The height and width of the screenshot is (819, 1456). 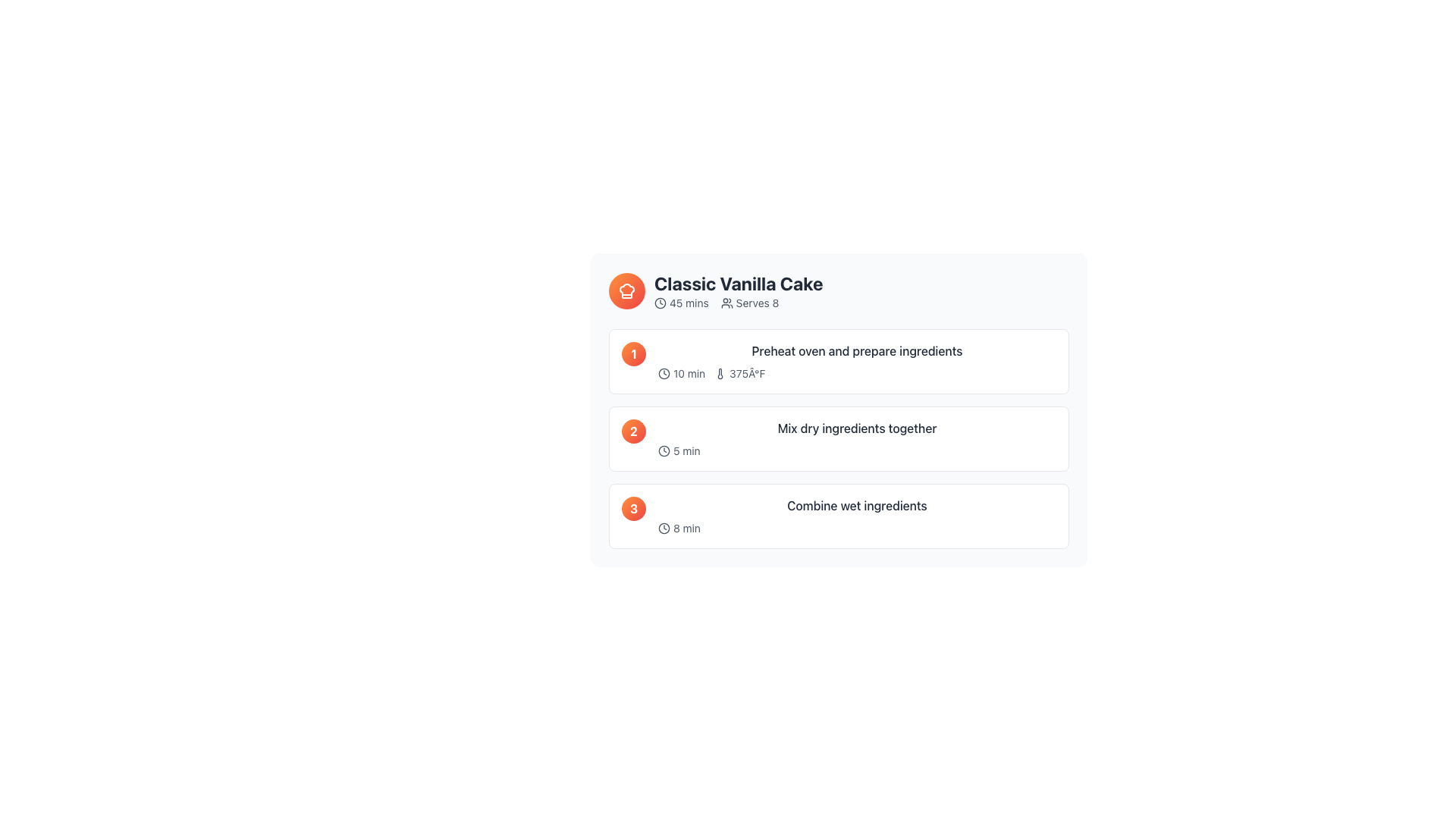 What do you see at coordinates (680, 303) in the screenshot?
I see `the Text with icon that informs users of the total estimated time, located to the left of the 'Serves 8' information, which is the first of two horizontally arranged elements` at bounding box center [680, 303].